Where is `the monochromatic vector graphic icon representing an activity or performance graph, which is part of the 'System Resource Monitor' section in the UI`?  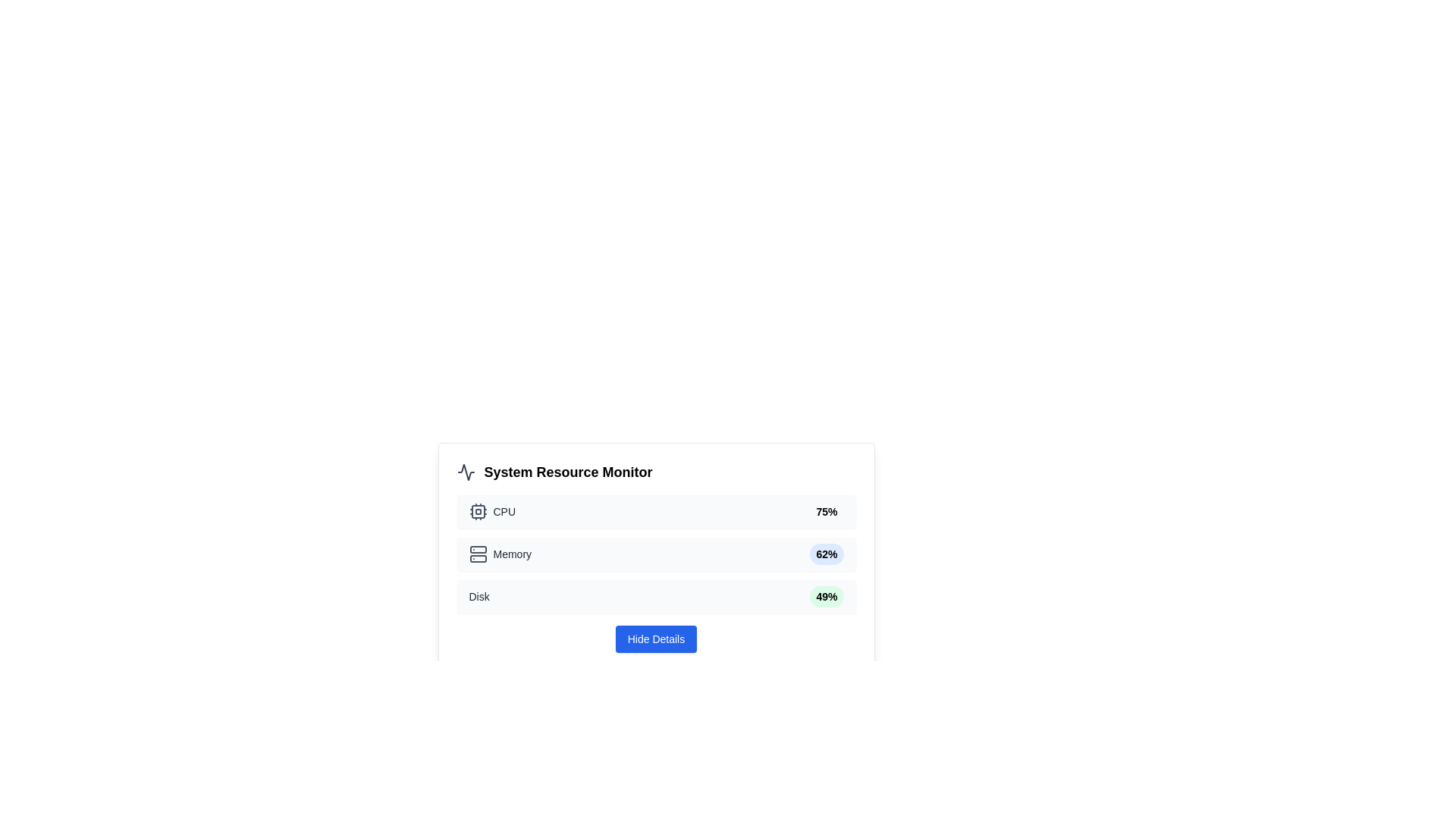 the monochromatic vector graphic icon representing an activity or performance graph, which is part of the 'System Resource Monitor' section in the UI is located at coordinates (465, 472).